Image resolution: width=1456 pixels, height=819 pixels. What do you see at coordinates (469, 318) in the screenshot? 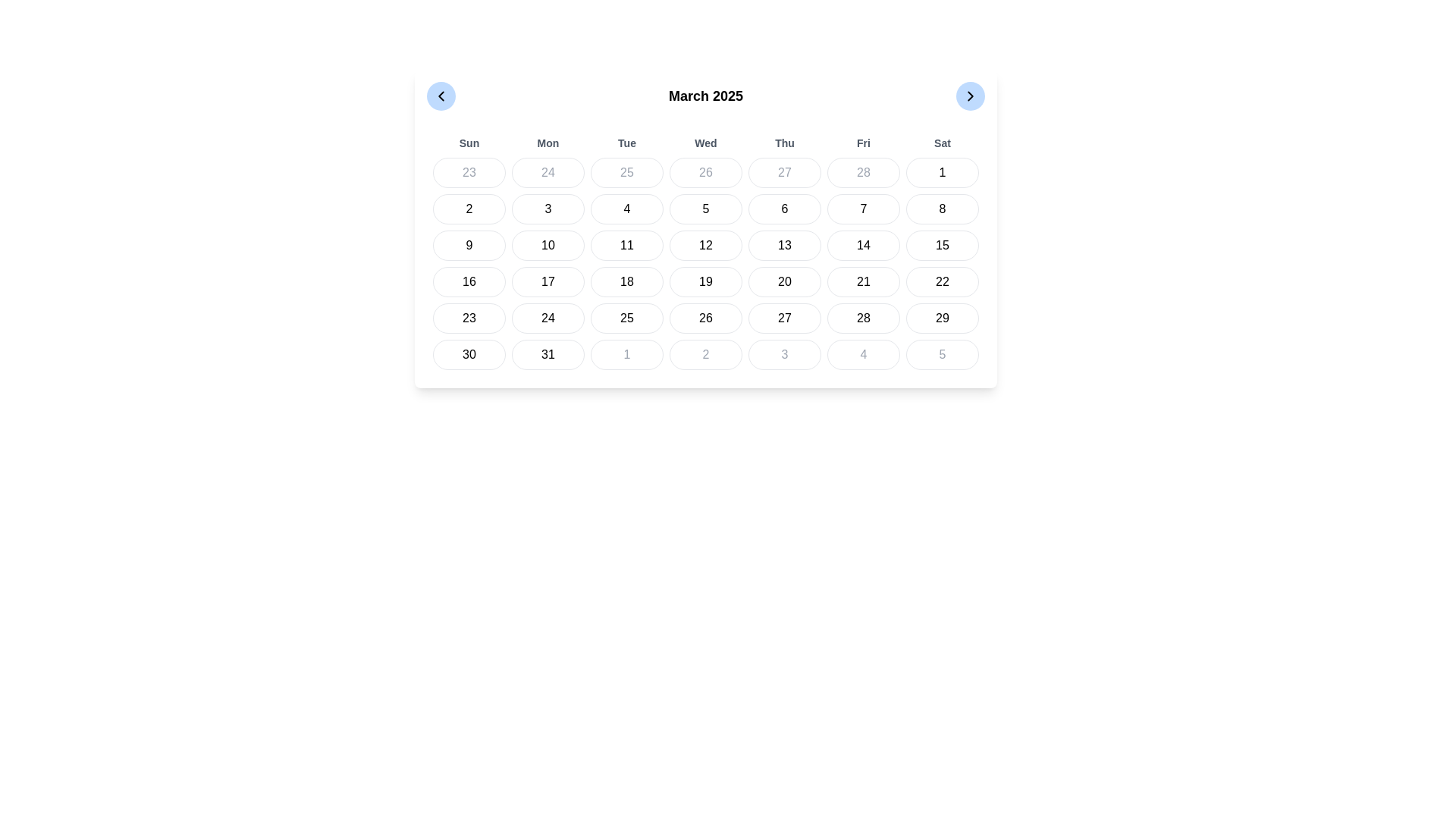
I see `the calendar day button located in the first column of the fourth row` at bounding box center [469, 318].